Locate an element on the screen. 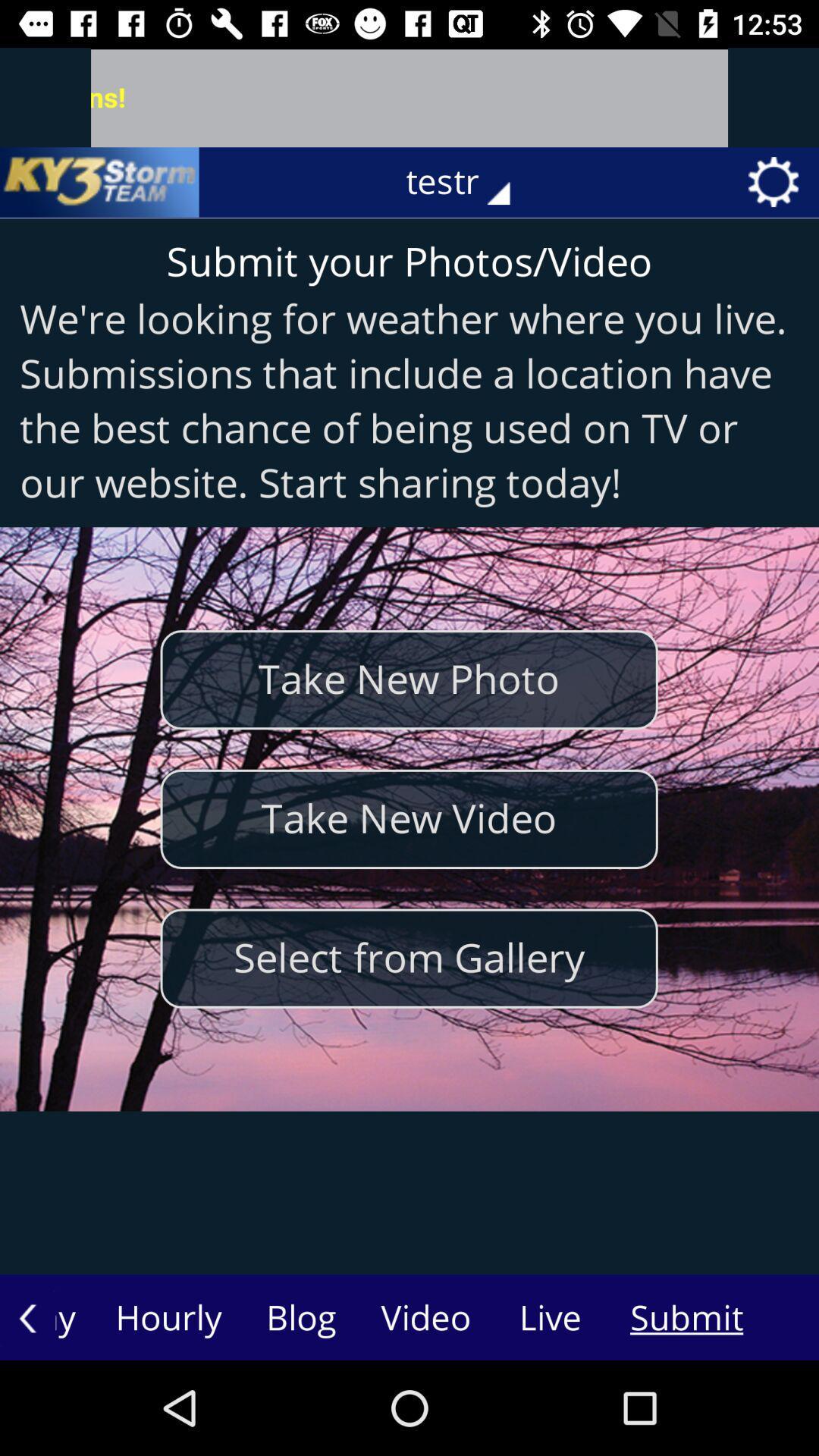  the item to the left of testr icon is located at coordinates (99, 182).